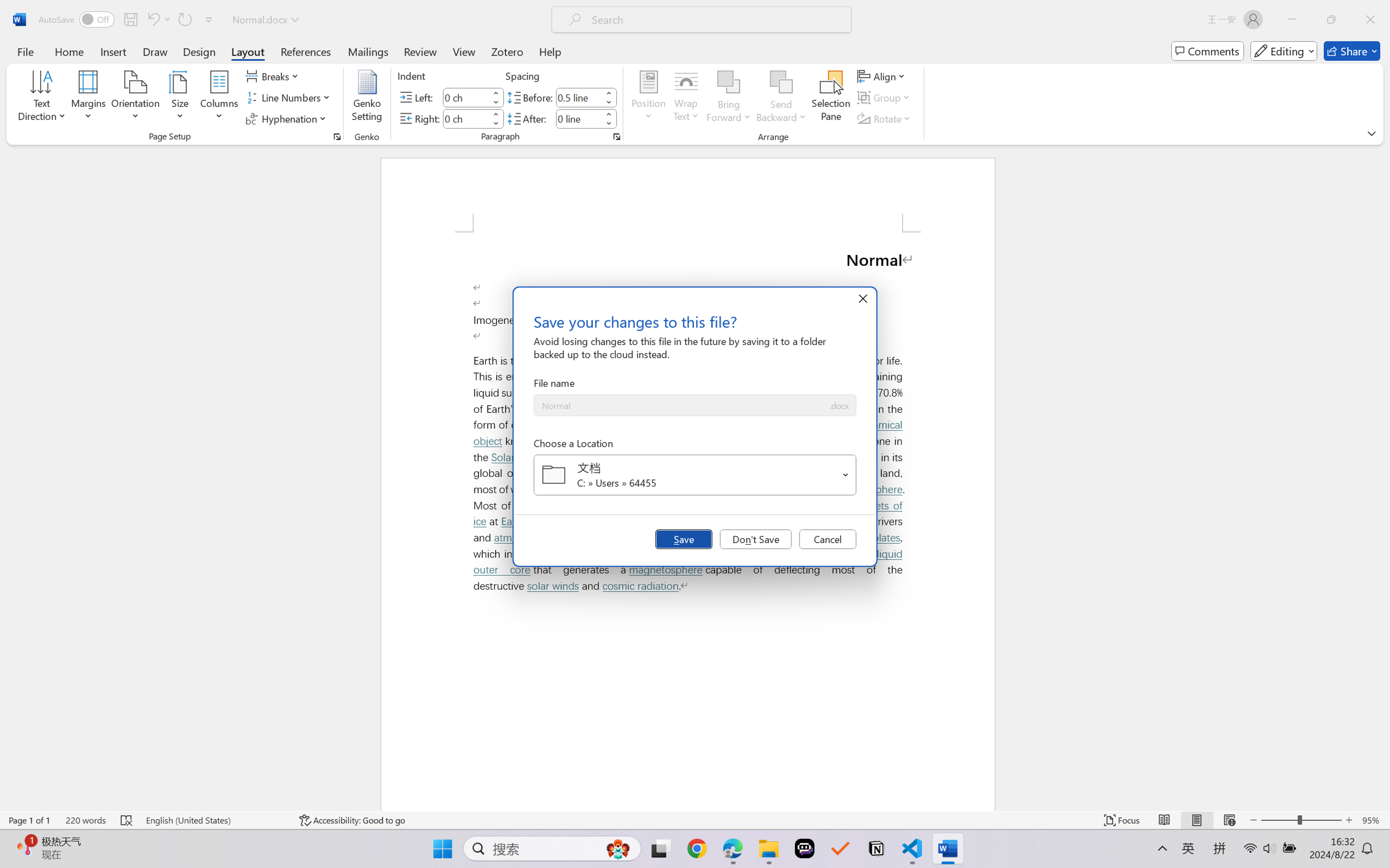 This screenshot has height=868, width=1390. What do you see at coordinates (648, 98) in the screenshot?
I see `'Position'` at bounding box center [648, 98].